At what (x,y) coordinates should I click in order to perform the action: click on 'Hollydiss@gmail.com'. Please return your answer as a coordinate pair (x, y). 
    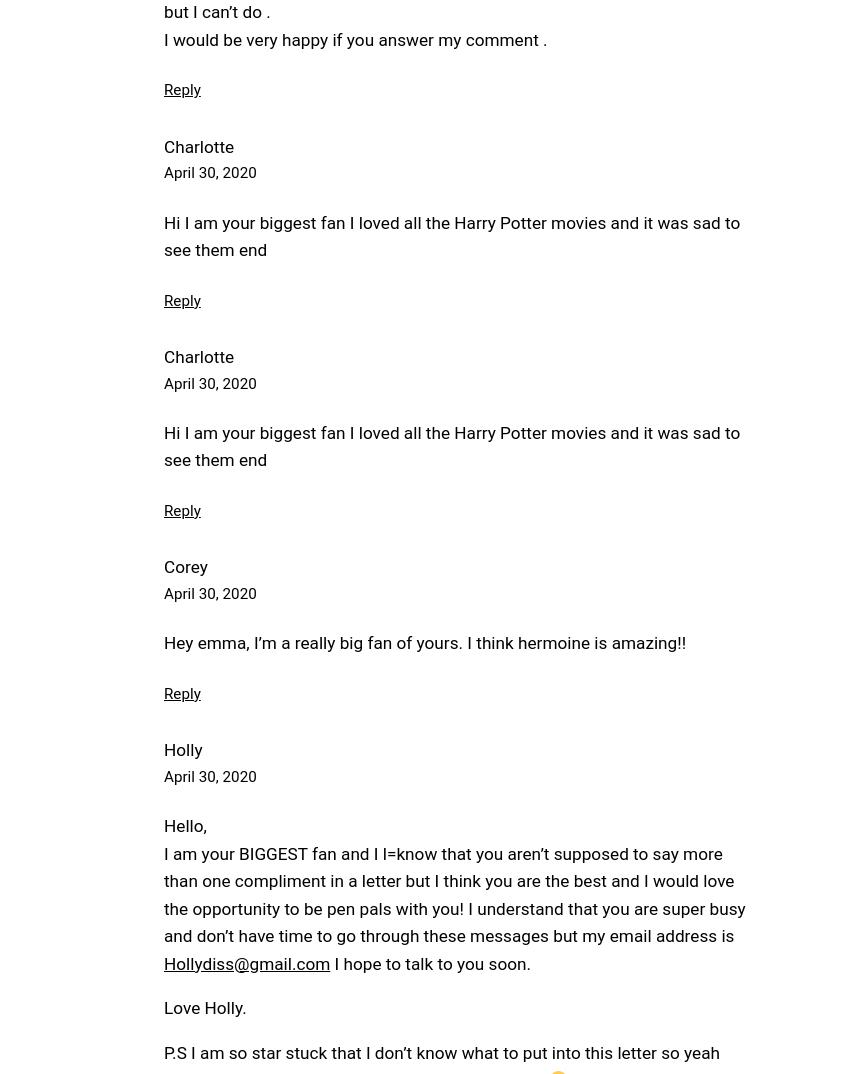
    Looking at the image, I should click on (247, 962).